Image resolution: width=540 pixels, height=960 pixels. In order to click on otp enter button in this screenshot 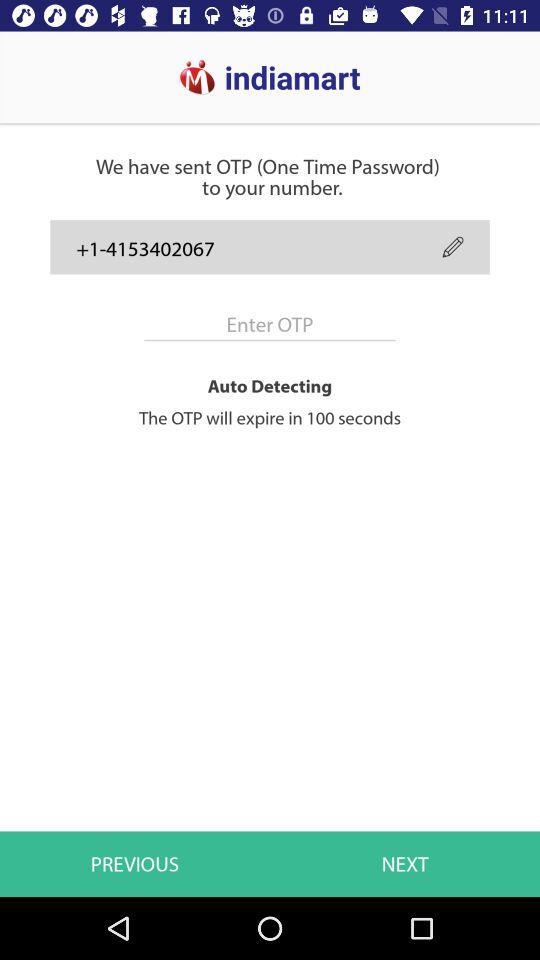, I will do `click(270, 324)`.